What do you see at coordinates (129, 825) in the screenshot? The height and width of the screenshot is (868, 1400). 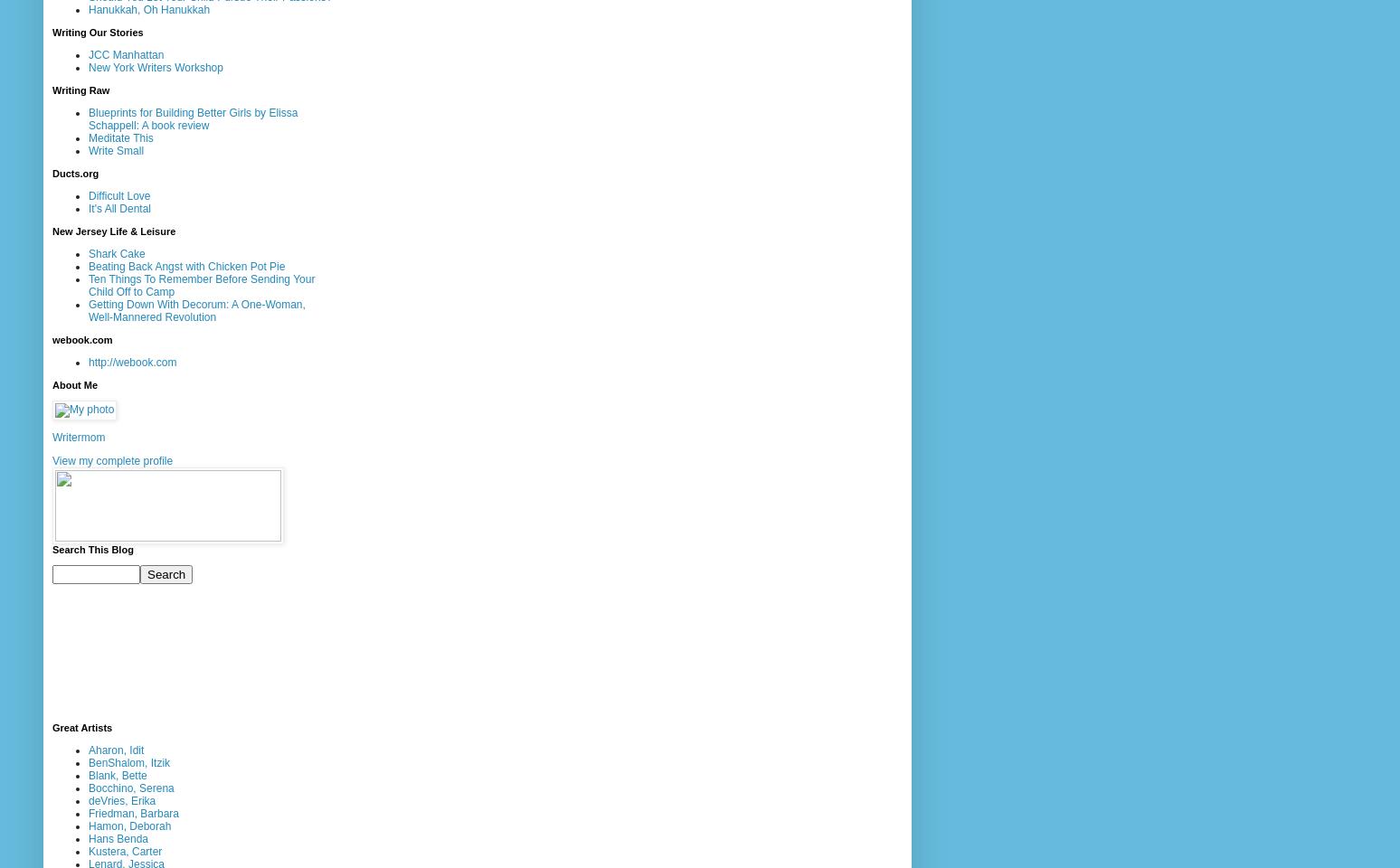 I see `'Hamon, Deborah'` at bounding box center [129, 825].